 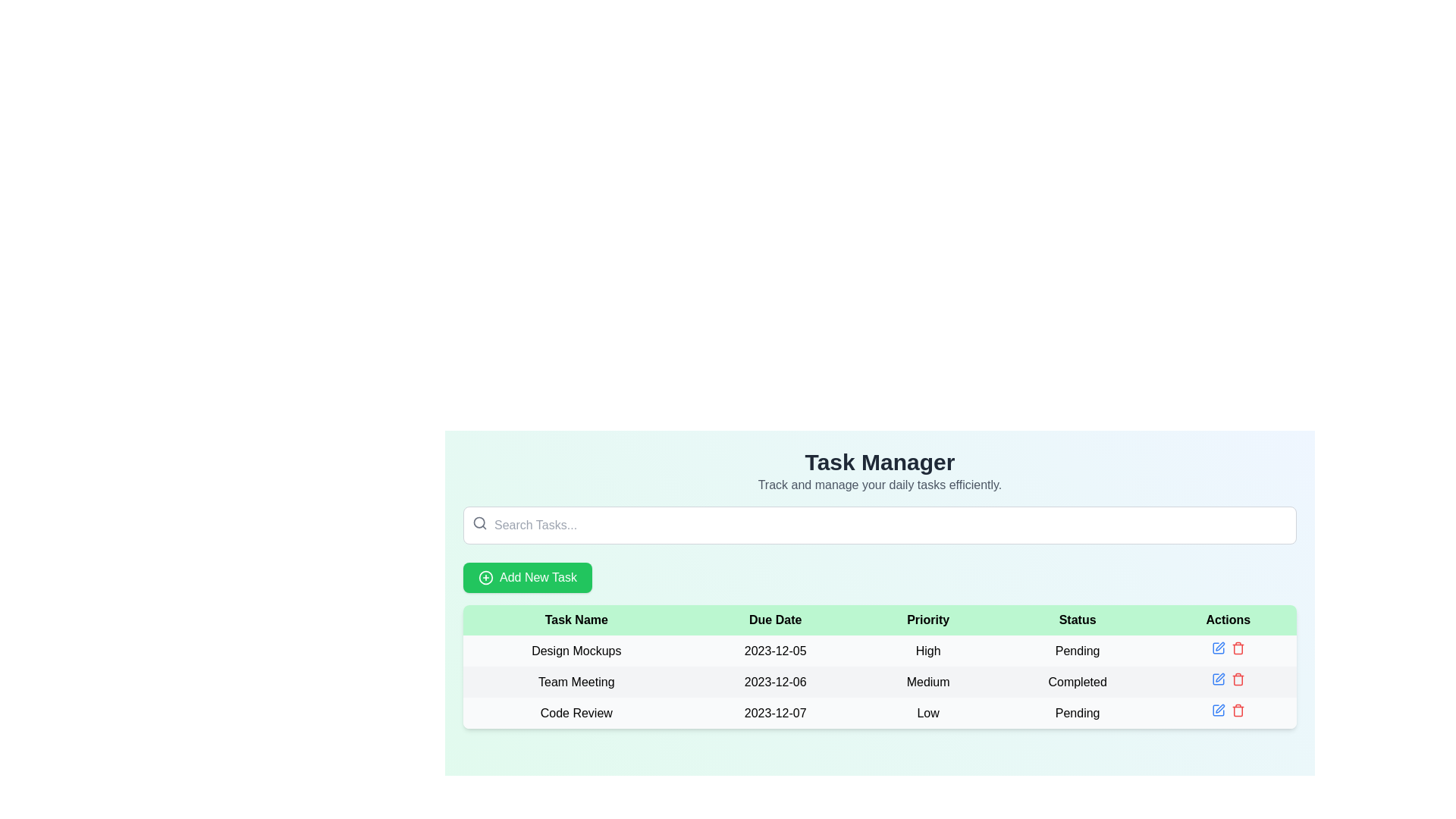 What do you see at coordinates (775, 620) in the screenshot?
I see `the 'Due Date' column header text label, which is positioned between 'Task Name' and 'Priority' in the table's header section` at bounding box center [775, 620].